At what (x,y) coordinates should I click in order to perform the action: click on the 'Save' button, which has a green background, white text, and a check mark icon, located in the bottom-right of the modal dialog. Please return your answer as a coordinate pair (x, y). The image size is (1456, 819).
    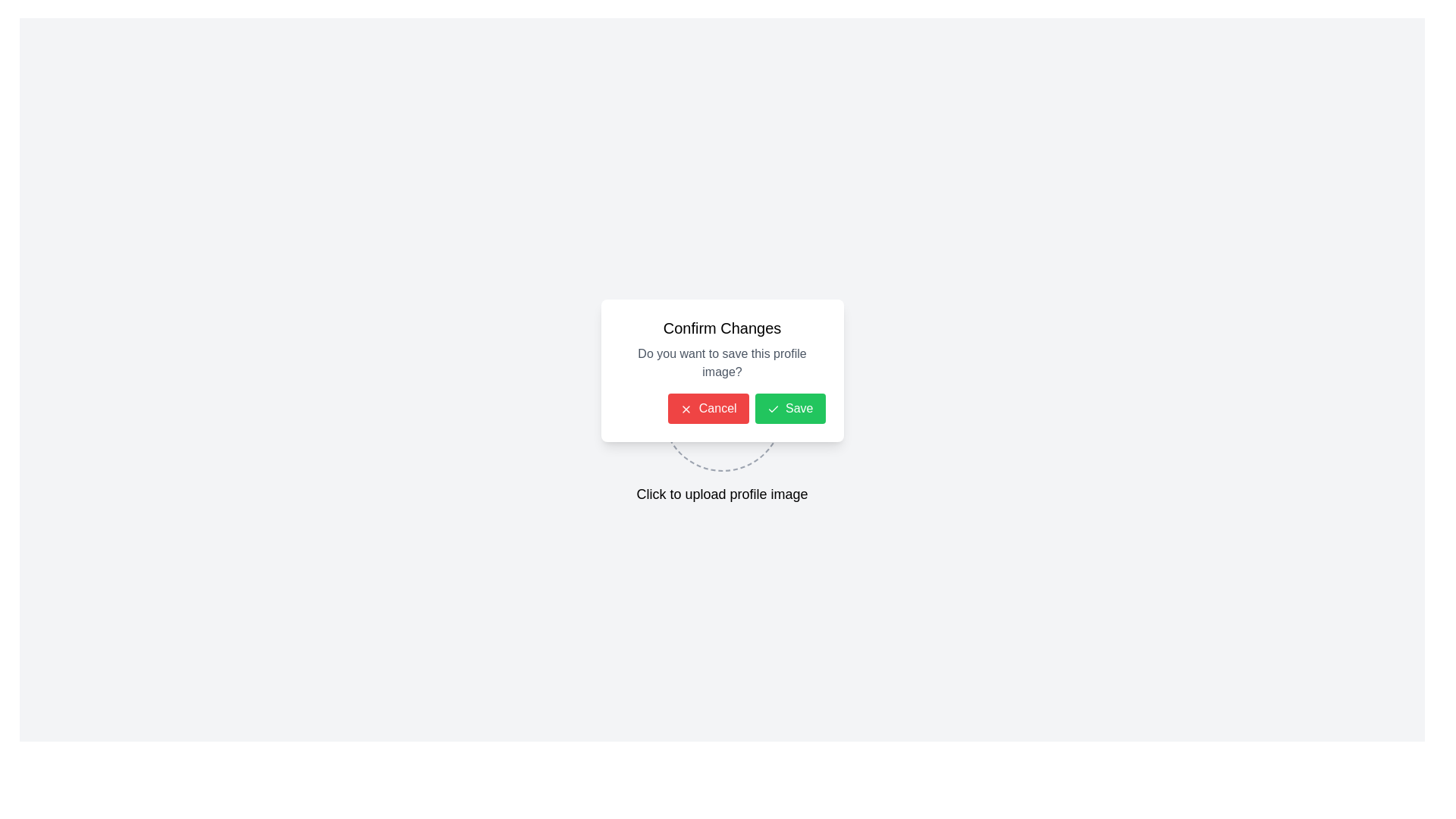
    Looking at the image, I should click on (789, 408).